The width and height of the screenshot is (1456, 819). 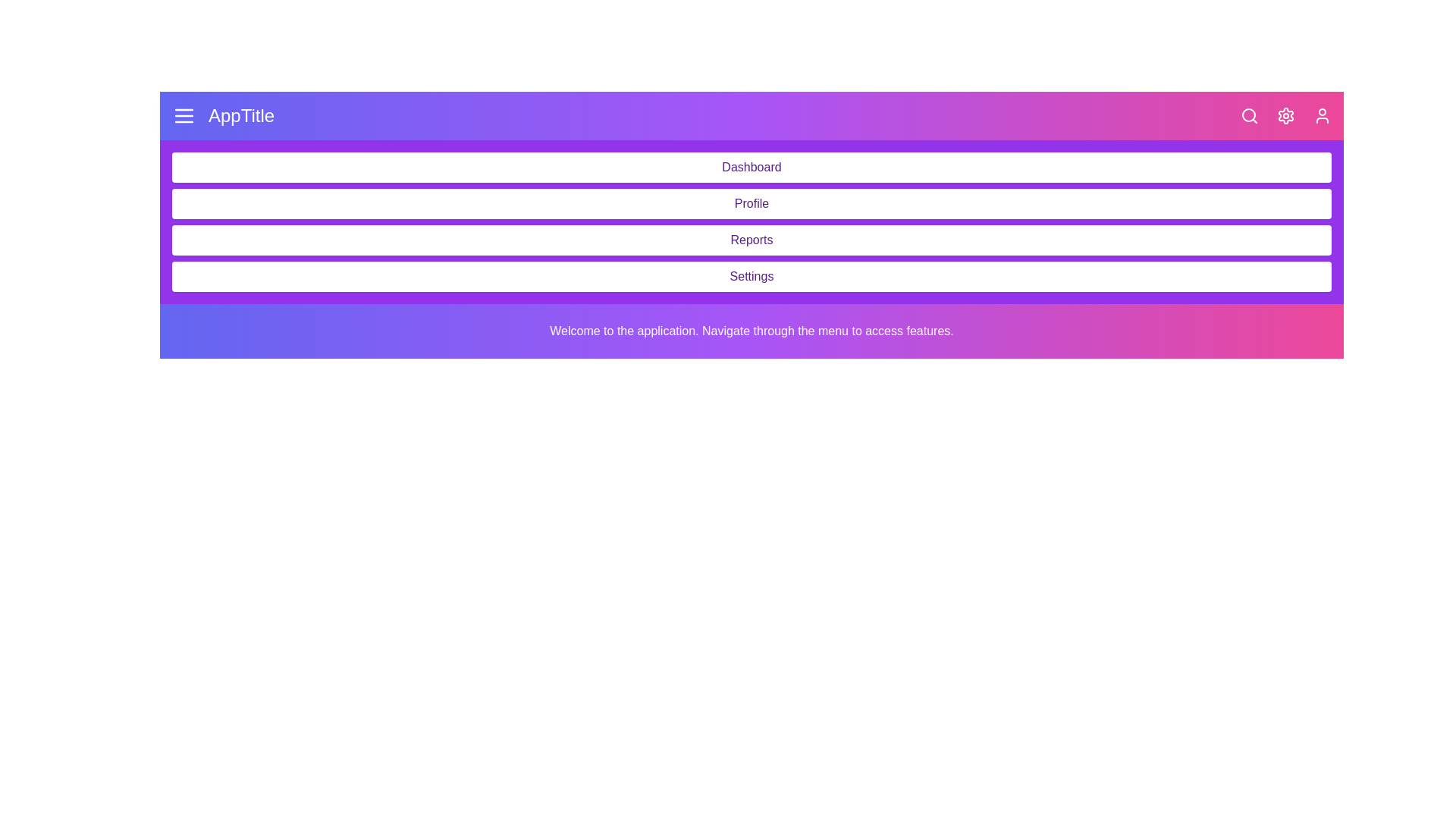 I want to click on the welcome text located in the main content area, so click(x=752, y=330).